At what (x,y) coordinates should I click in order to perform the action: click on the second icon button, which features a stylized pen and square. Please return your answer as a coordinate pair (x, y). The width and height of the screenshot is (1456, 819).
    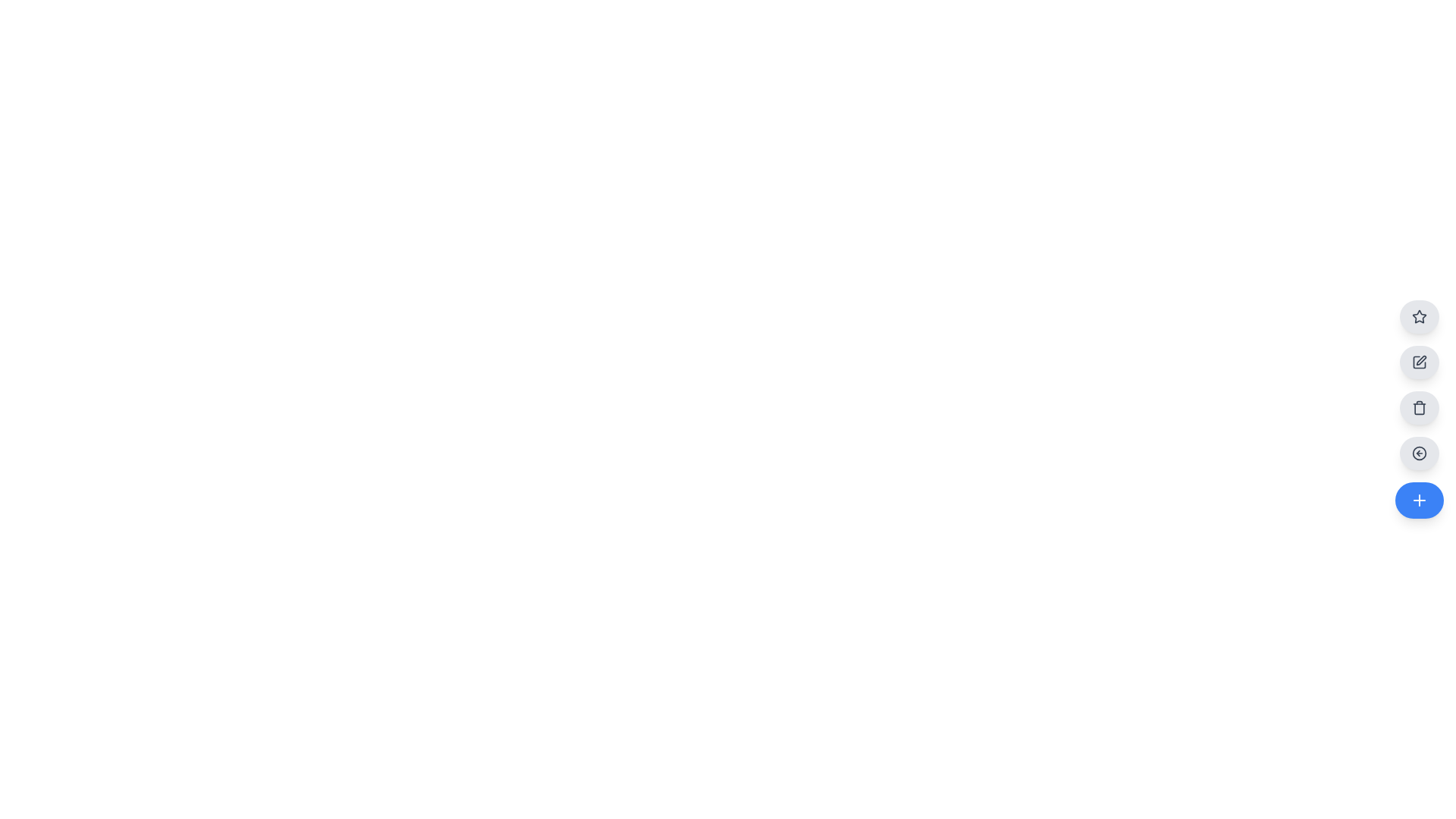
    Looking at the image, I should click on (1420, 360).